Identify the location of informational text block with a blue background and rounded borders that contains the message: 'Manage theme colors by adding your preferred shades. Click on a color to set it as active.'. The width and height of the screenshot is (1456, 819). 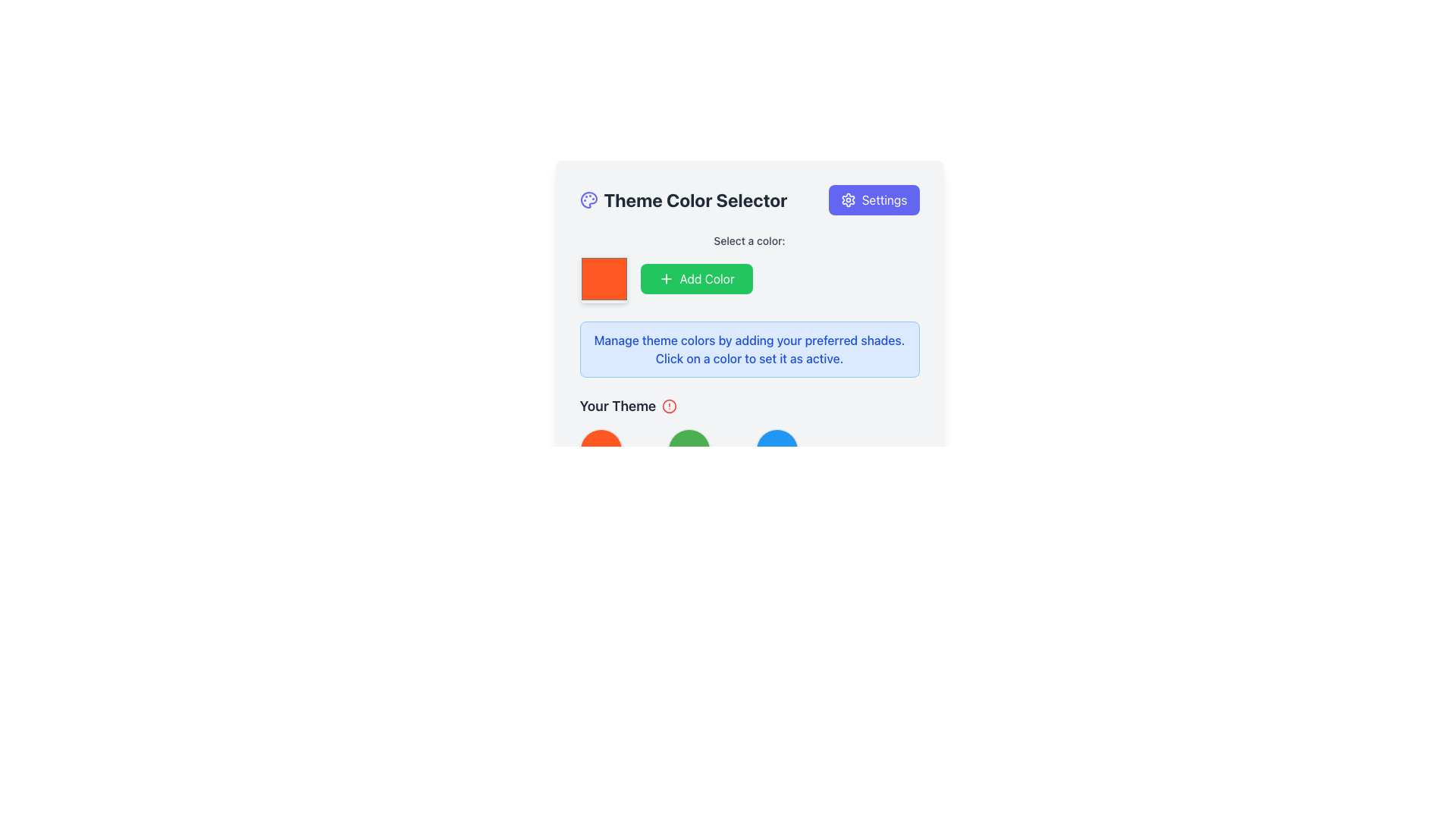
(749, 350).